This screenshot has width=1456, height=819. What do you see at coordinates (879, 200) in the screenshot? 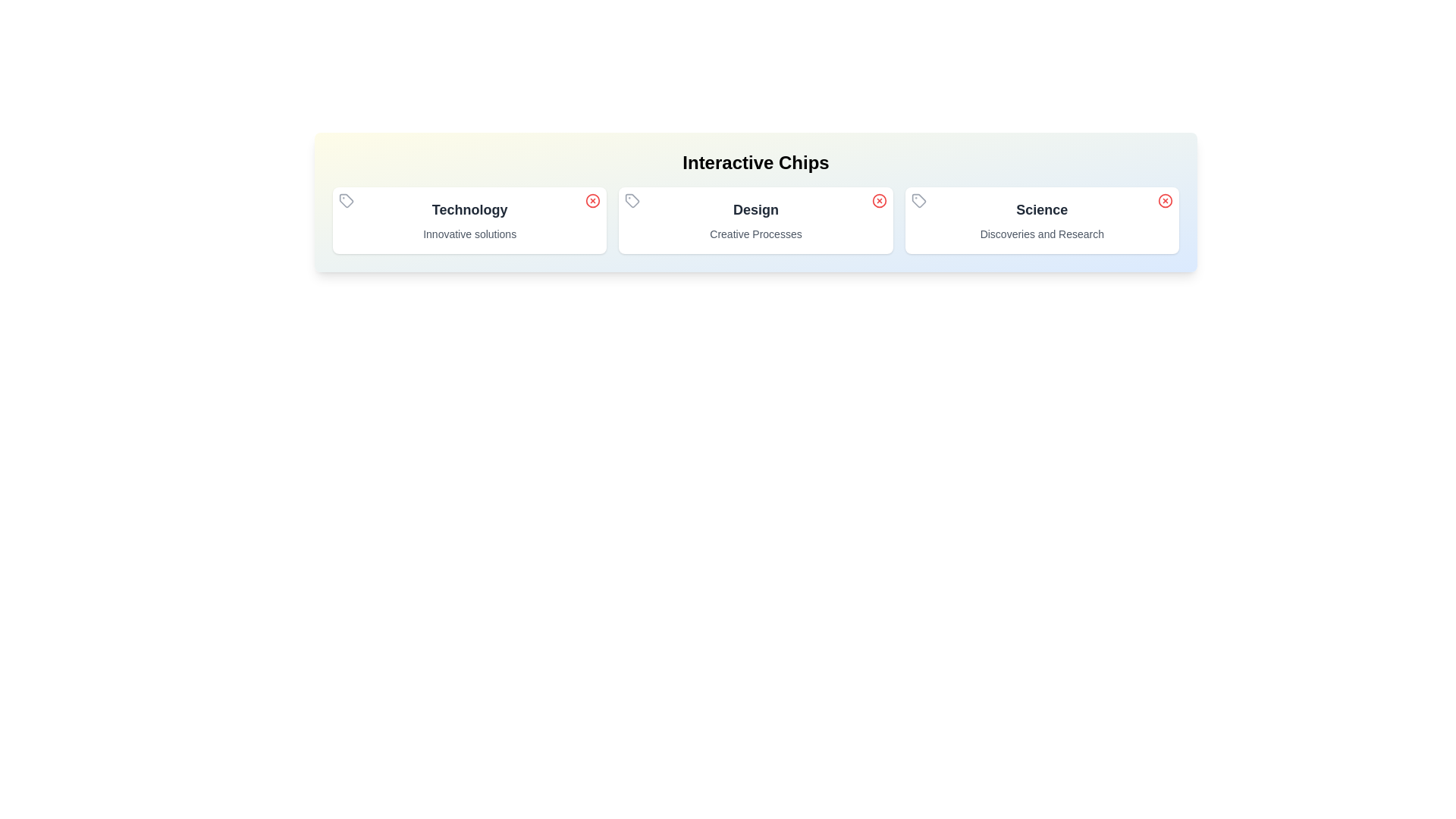
I see `the close button of the chip labeled Design to remove it` at bounding box center [879, 200].